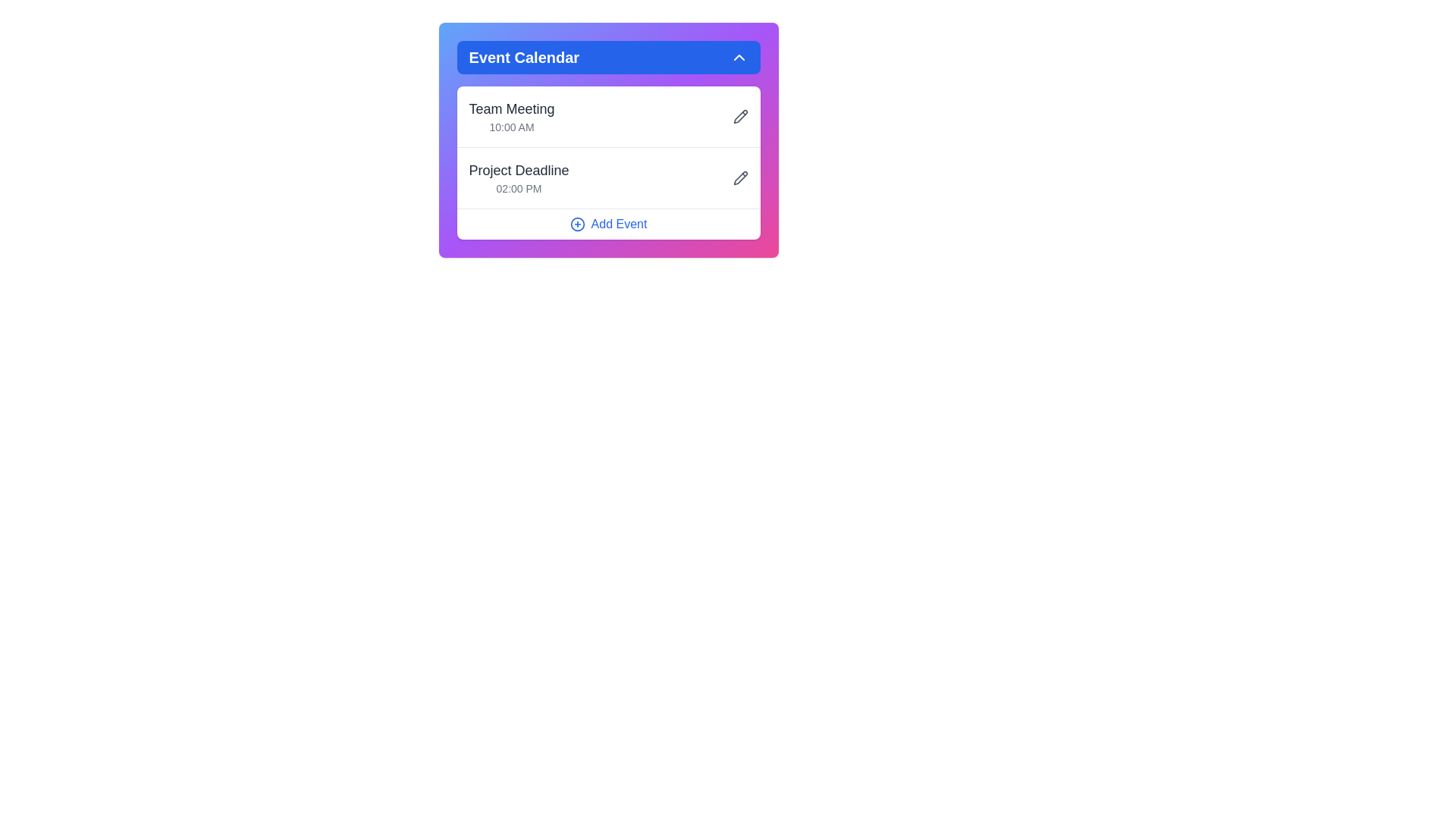 Image resolution: width=1456 pixels, height=819 pixels. What do you see at coordinates (740, 116) in the screenshot?
I see `the pencil icon corresponding to the event titled Team Meeting` at bounding box center [740, 116].